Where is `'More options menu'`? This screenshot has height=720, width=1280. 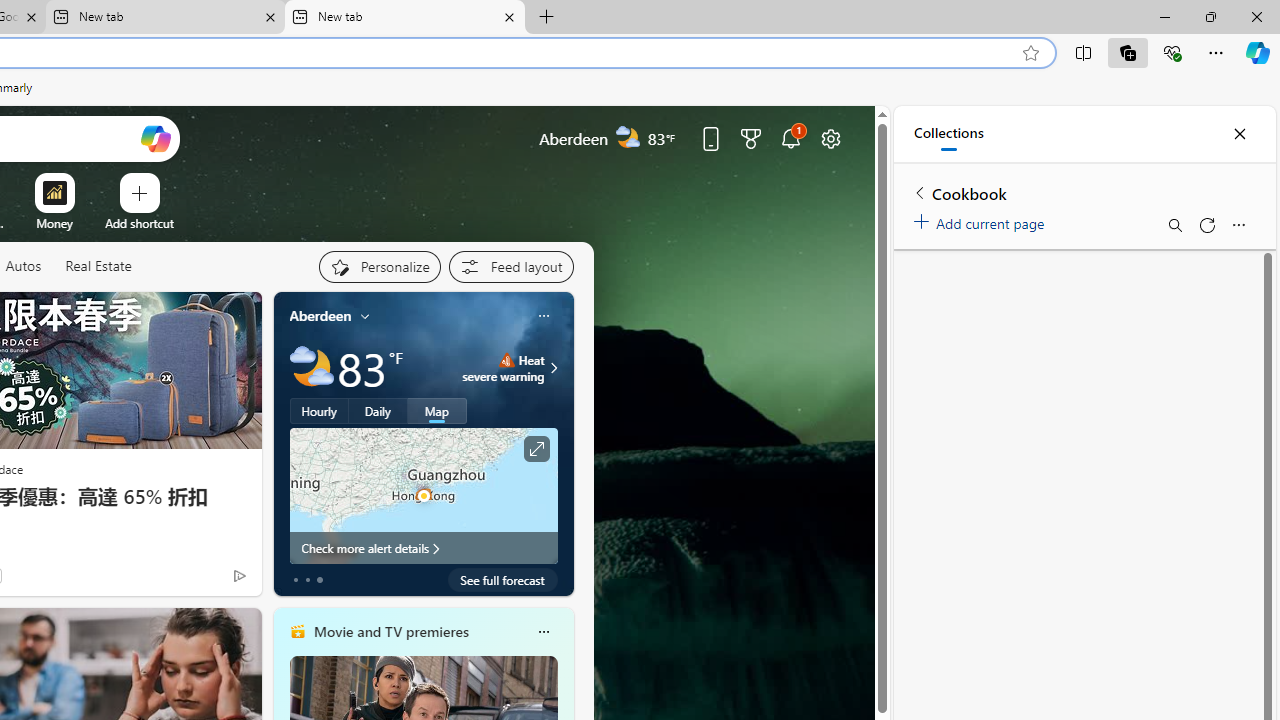 'More options menu' is located at coordinates (1237, 225).